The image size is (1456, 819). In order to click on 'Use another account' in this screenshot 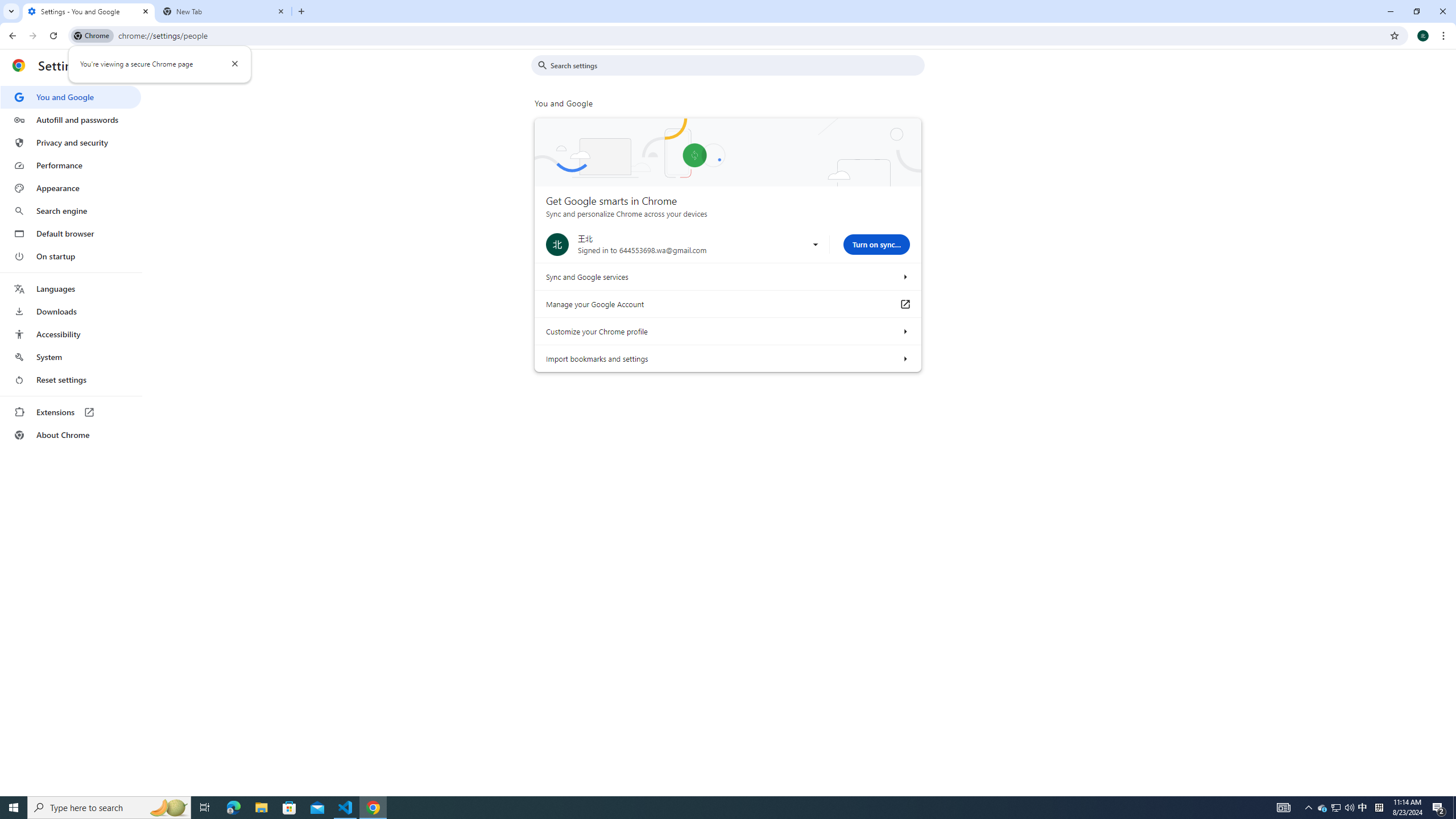, I will do `click(814, 244)`.